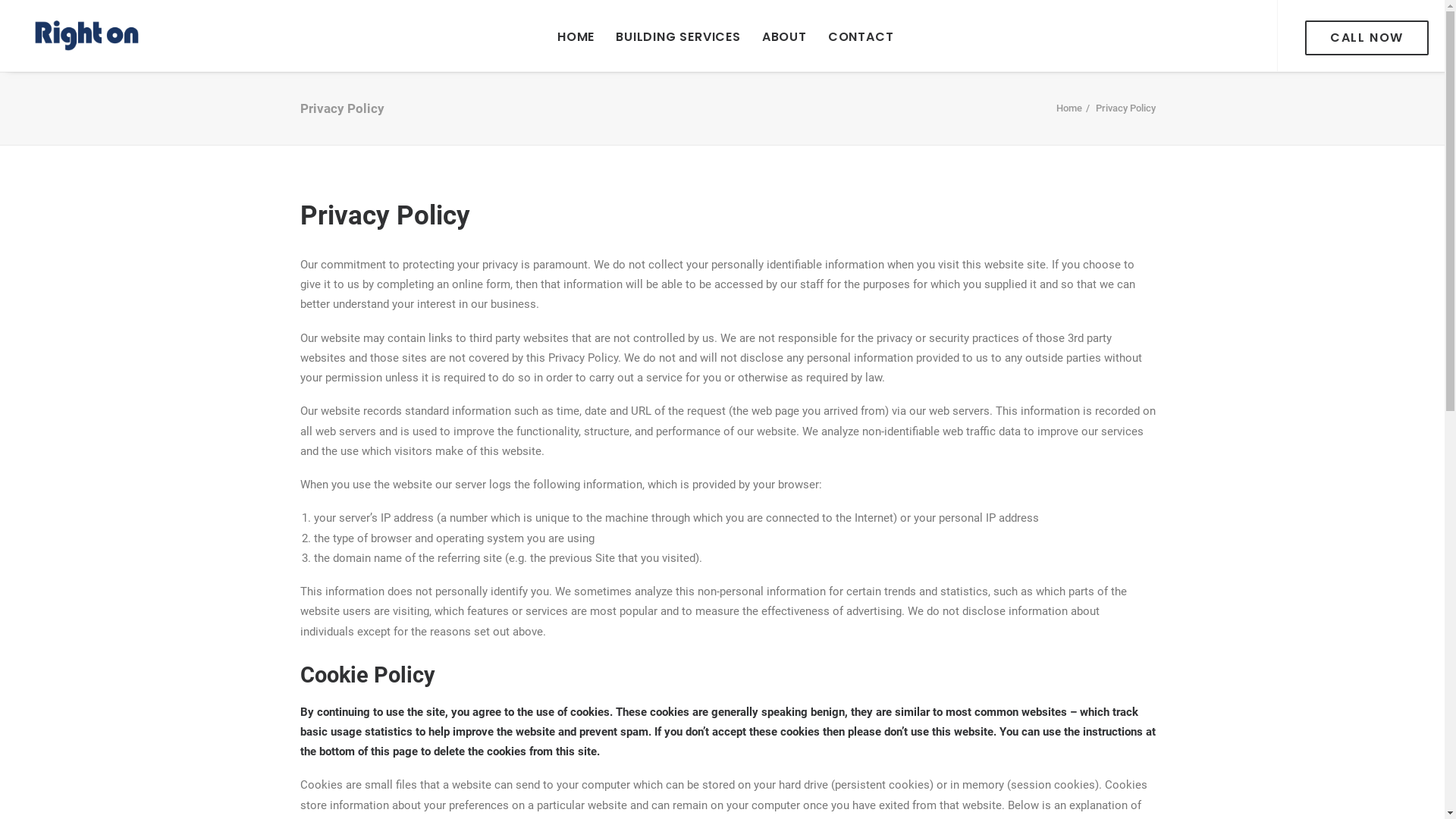 This screenshot has width=1456, height=819. What do you see at coordinates (784, 34) in the screenshot?
I see `'ABOUT'` at bounding box center [784, 34].